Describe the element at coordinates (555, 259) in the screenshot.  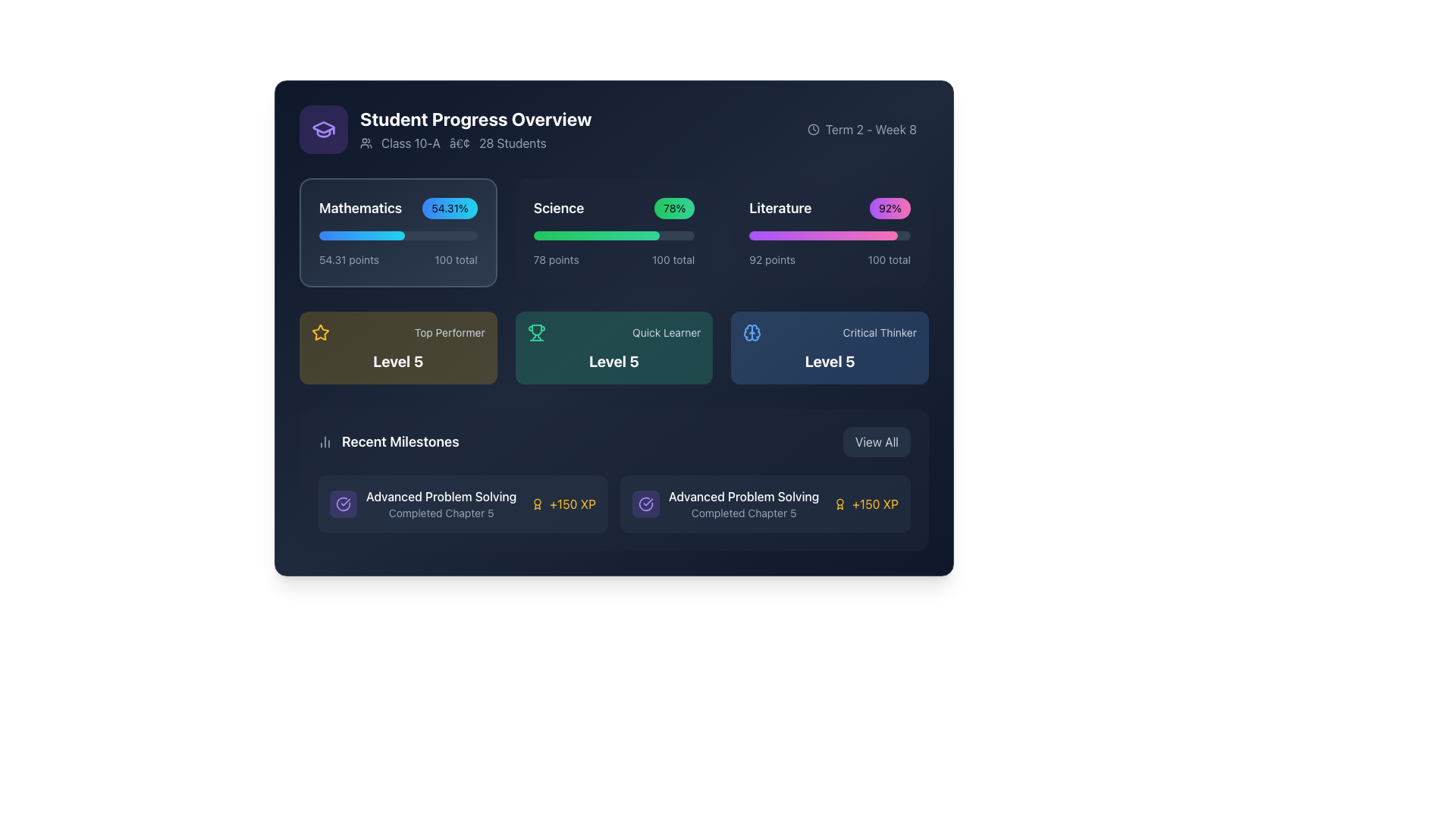
I see `the static text display showing '78 points' in light gray color, located in the 'Science' category of the 'Student Progress Overview' section` at that location.